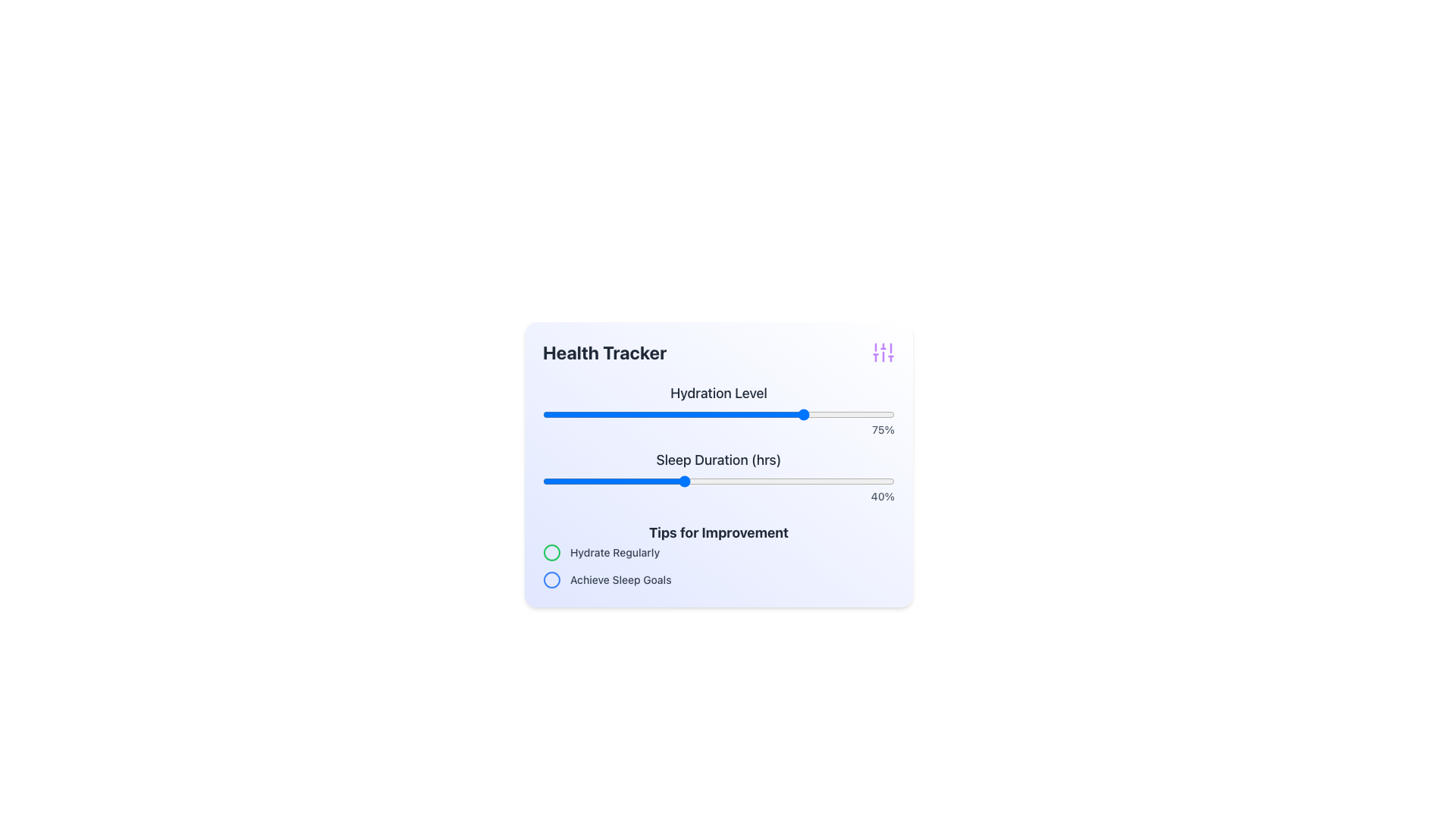  Describe the element at coordinates (704, 482) in the screenshot. I see `the sleep duration slider` at that location.